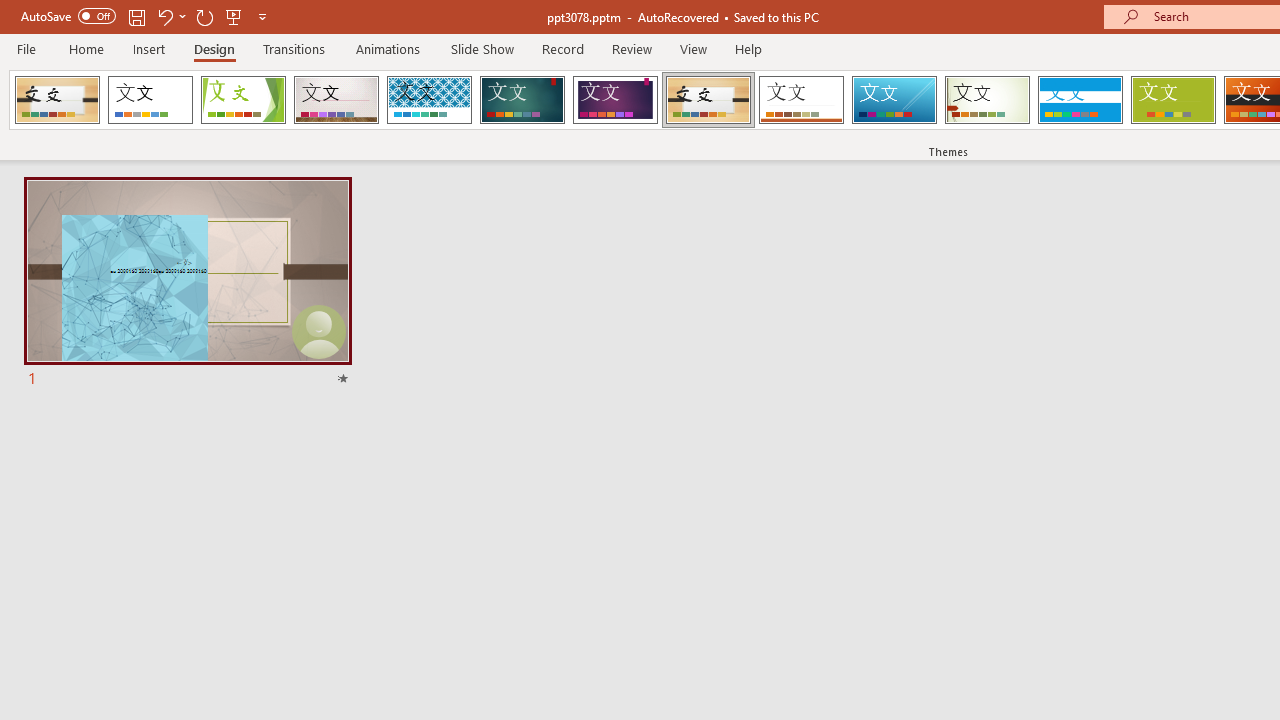 The width and height of the screenshot is (1280, 720). I want to click on 'Facet', so click(242, 100).